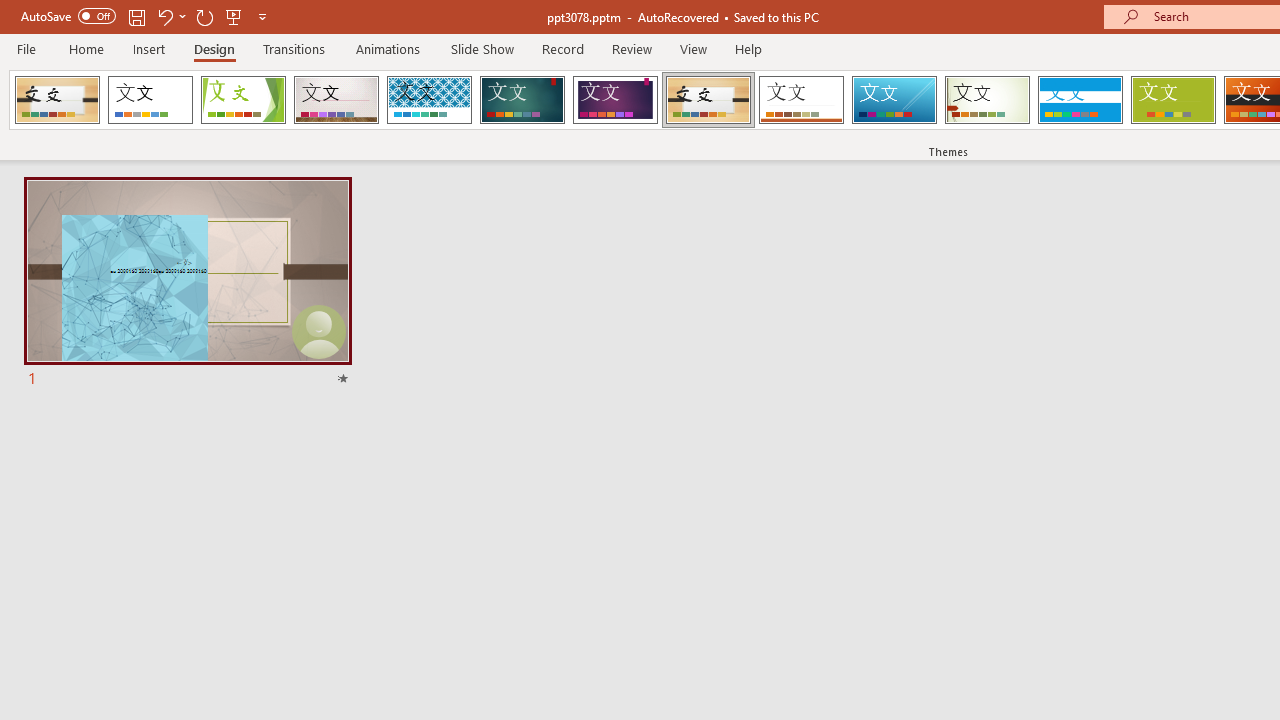 The width and height of the screenshot is (1280, 720). I want to click on 'Facet', so click(242, 100).